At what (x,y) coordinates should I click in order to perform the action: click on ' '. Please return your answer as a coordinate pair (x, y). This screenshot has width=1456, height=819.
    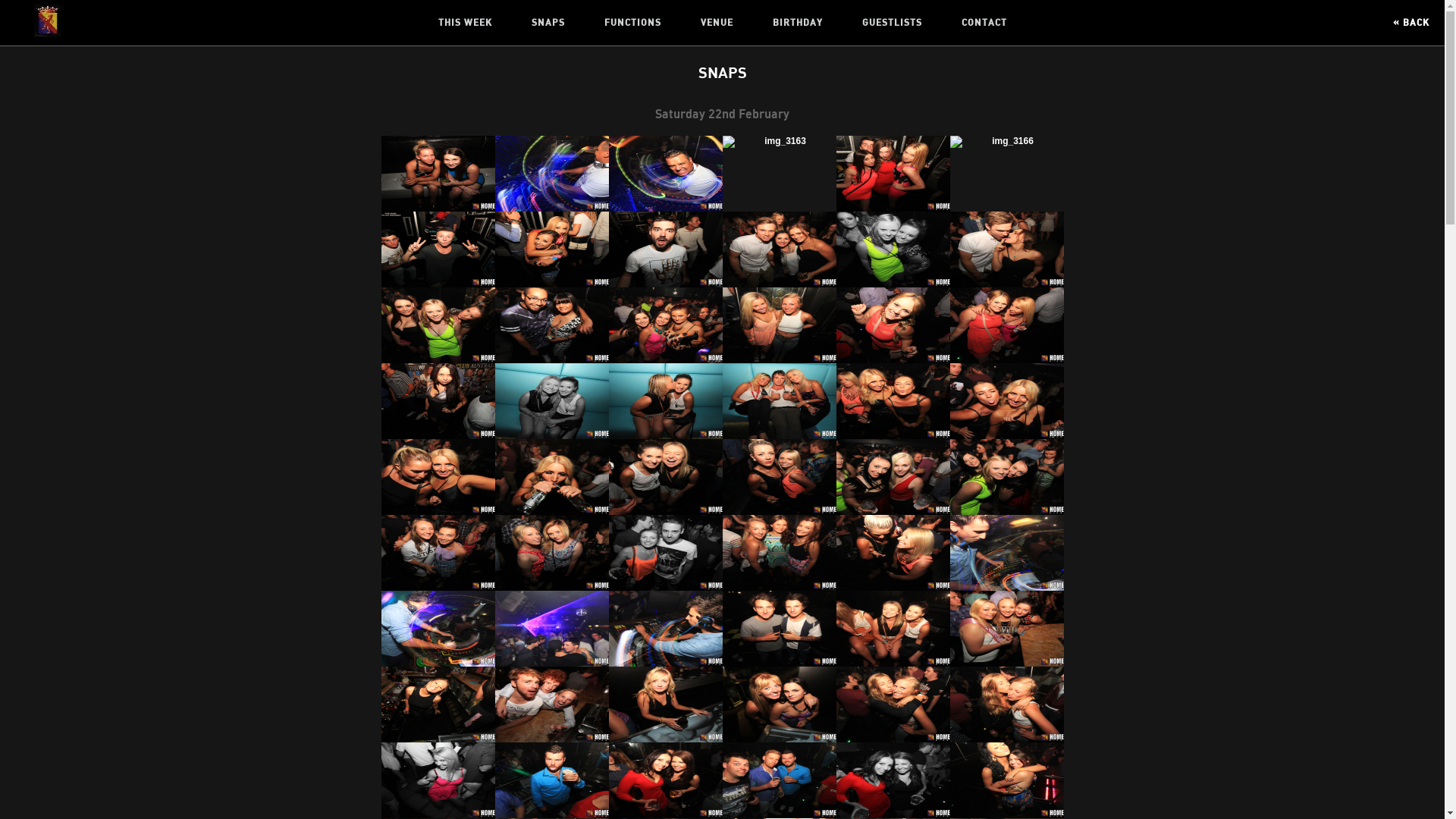
    Looking at the image, I should click on (665, 553).